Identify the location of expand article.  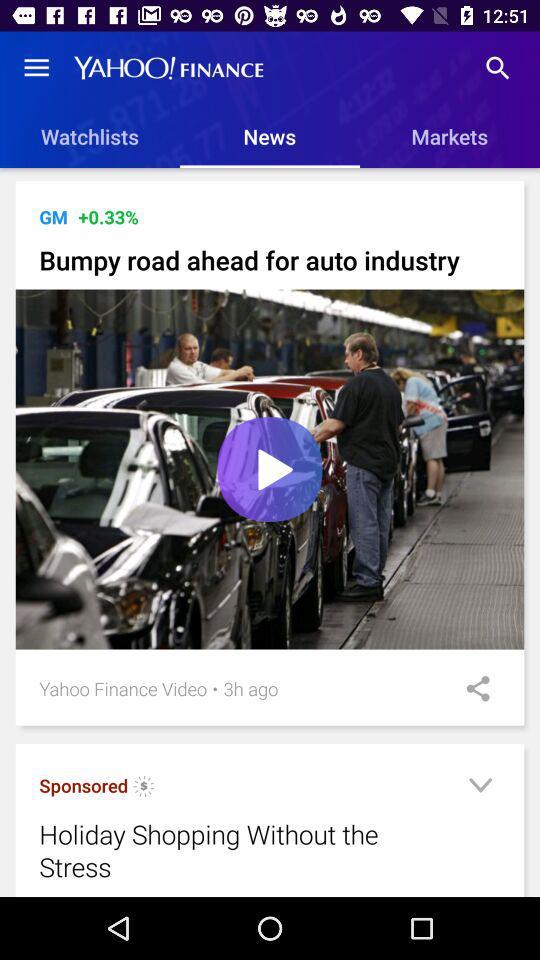
(479, 788).